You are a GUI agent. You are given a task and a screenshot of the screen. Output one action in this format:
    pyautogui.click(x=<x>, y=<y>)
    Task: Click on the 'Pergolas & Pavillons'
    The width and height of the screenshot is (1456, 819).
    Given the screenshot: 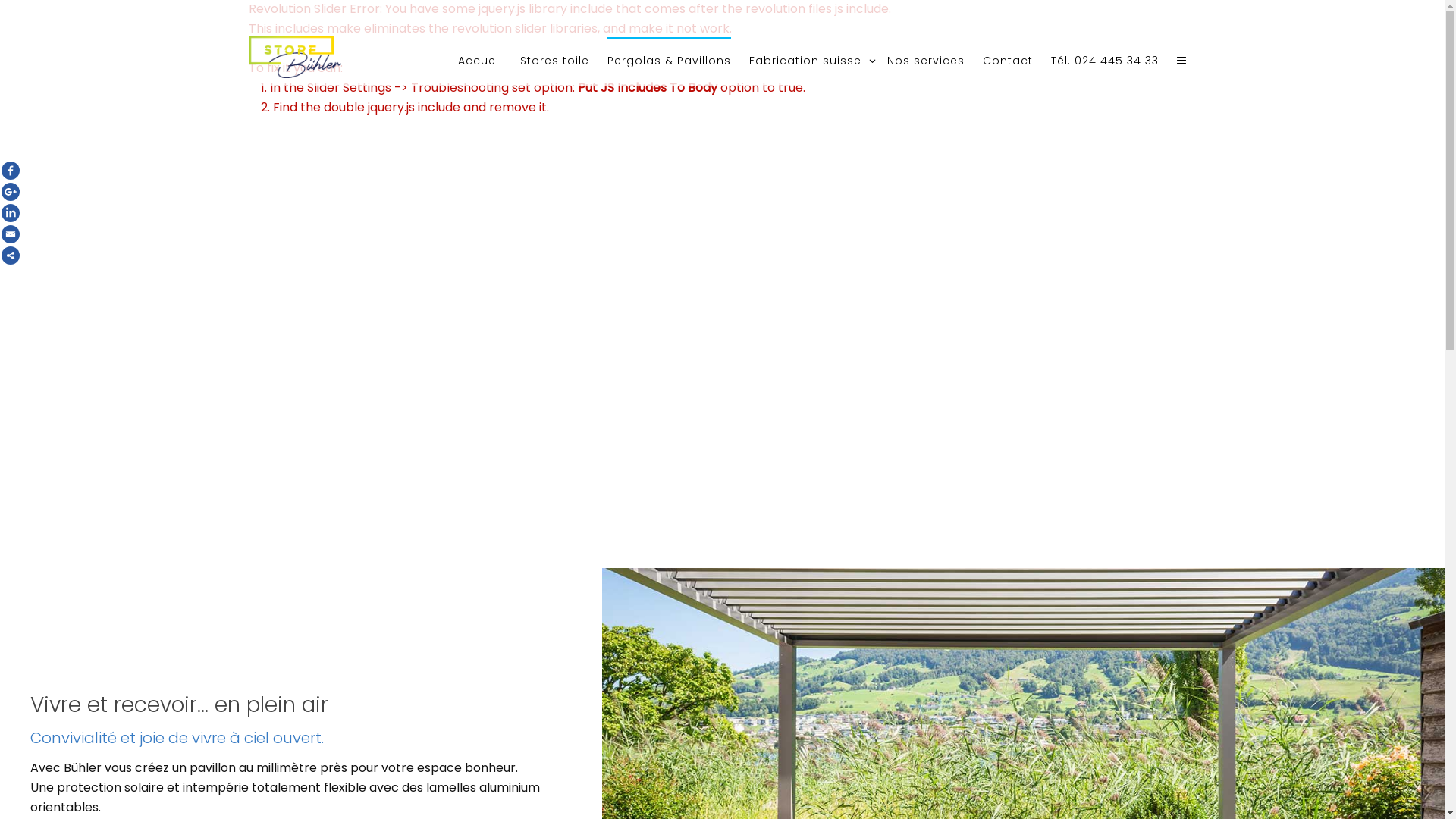 What is the action you would take?
    pyautogui.click(x=607, y=60)
    